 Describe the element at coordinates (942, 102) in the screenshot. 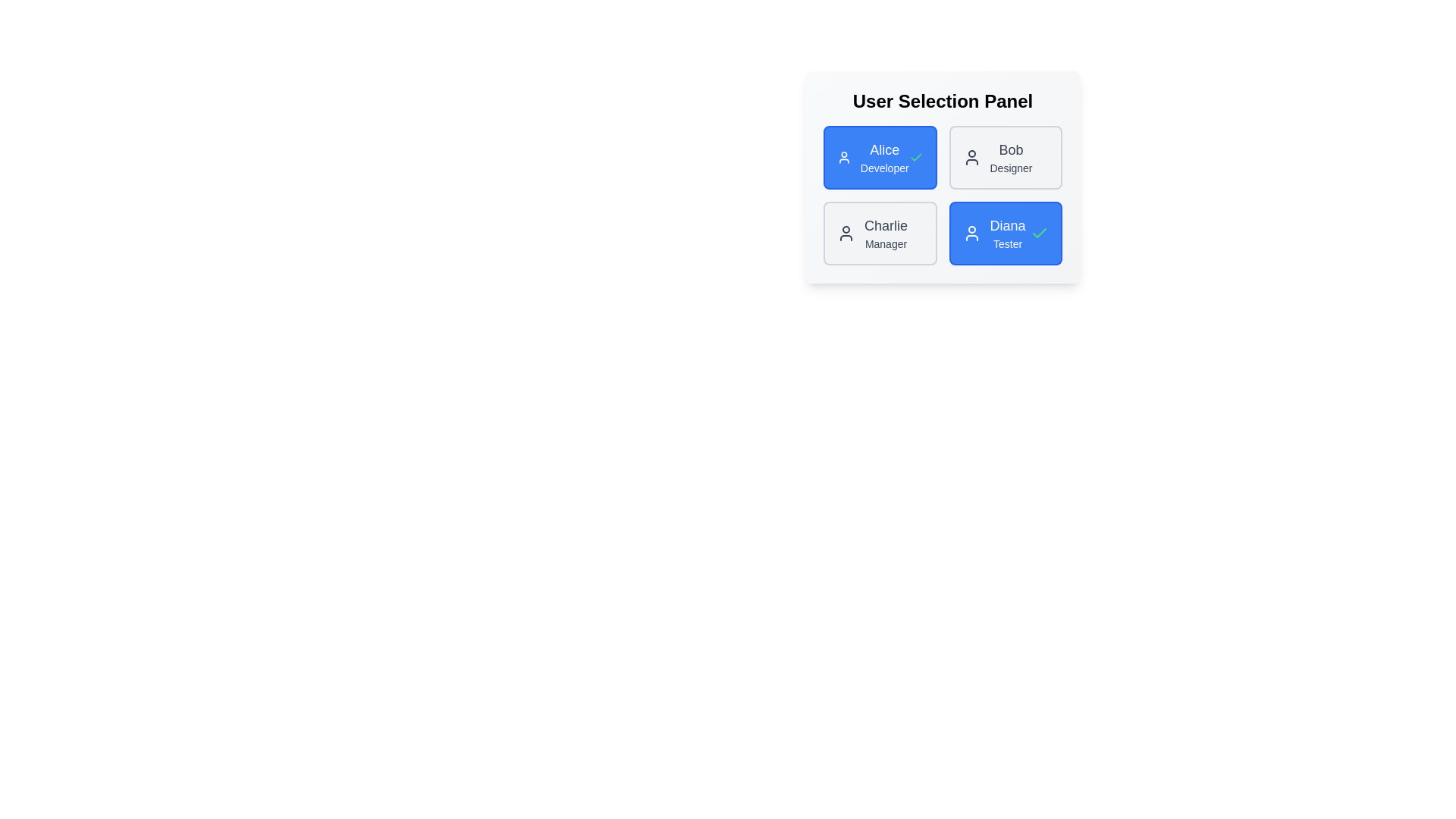

I see `the panel title to interact with it` at that location.